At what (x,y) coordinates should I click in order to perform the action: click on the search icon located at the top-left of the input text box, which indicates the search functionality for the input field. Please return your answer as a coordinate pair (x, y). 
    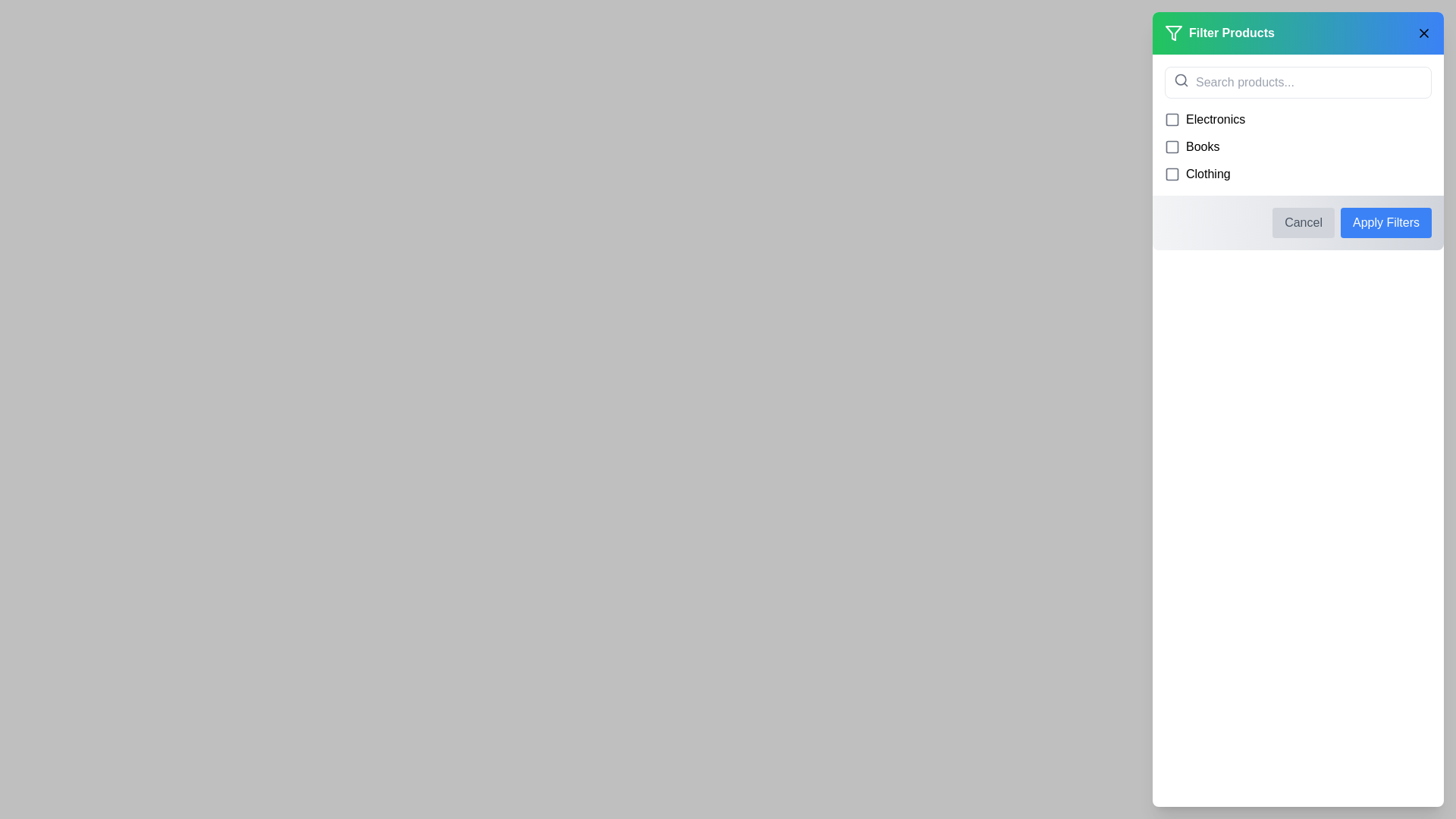
    Looking at the image, I should click on (1181, 80).